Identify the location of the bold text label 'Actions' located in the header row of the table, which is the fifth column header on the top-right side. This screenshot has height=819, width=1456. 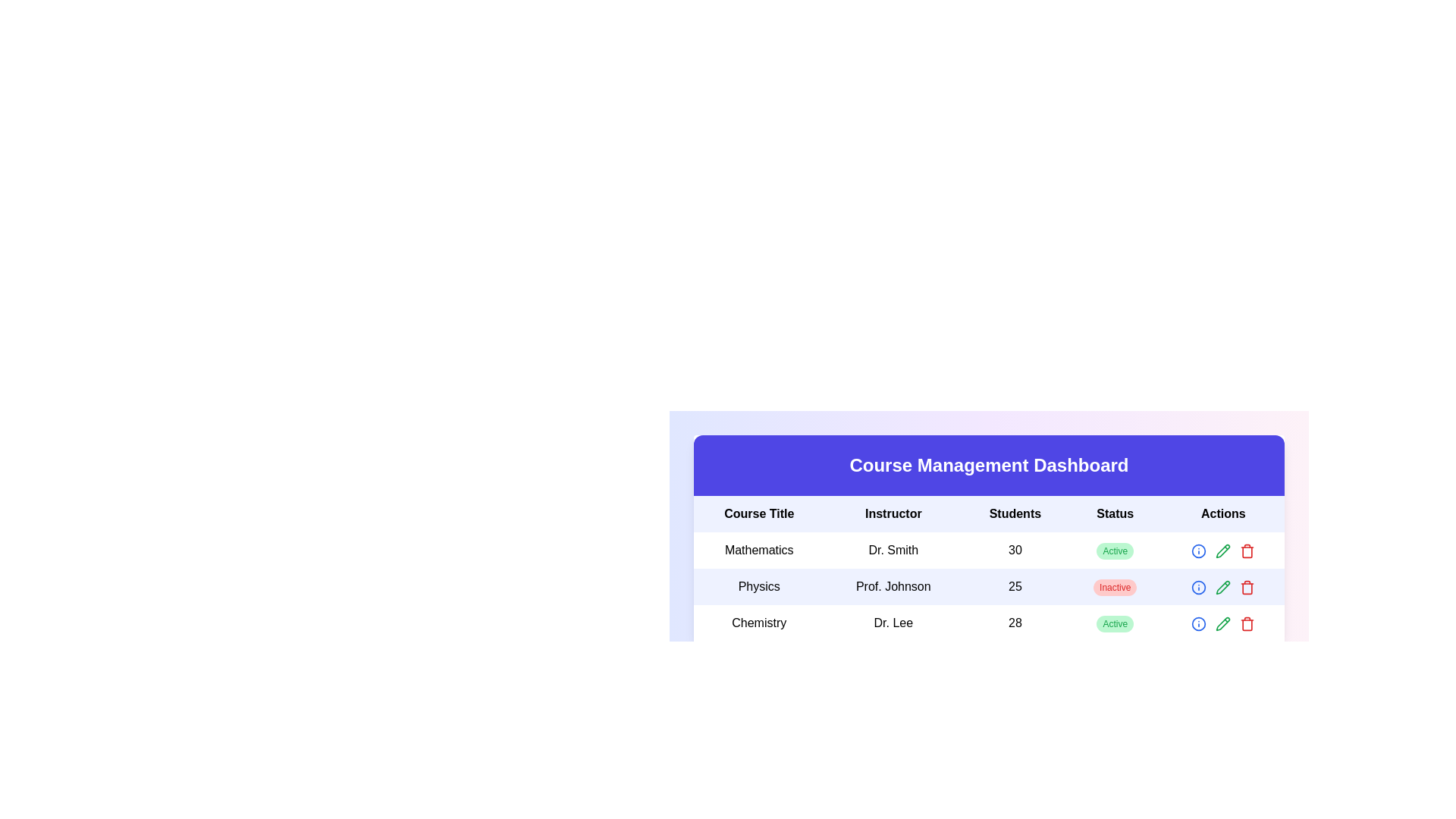
(1223, 513).